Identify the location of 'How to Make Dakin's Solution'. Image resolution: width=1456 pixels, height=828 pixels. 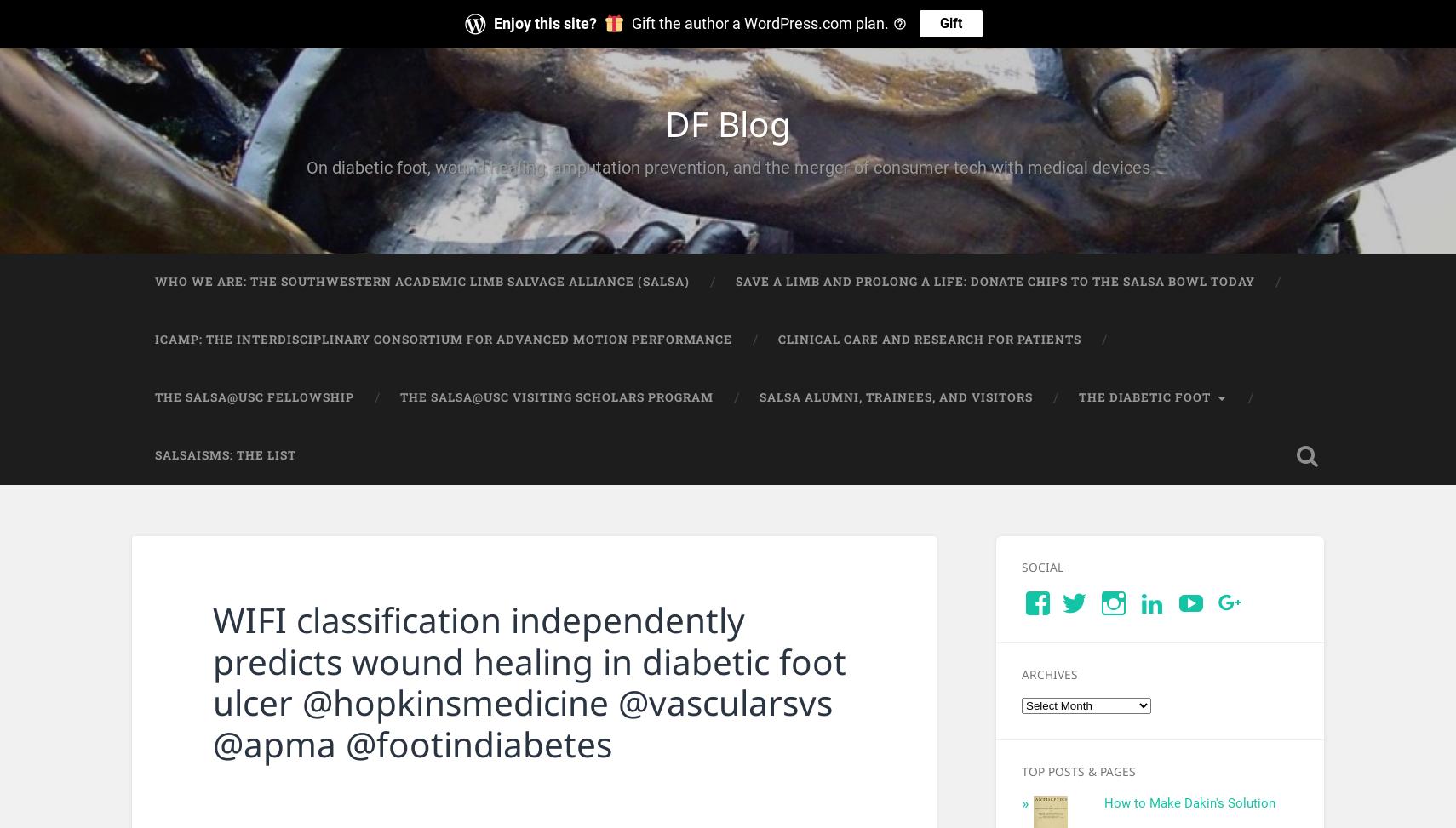
(1189, 802).